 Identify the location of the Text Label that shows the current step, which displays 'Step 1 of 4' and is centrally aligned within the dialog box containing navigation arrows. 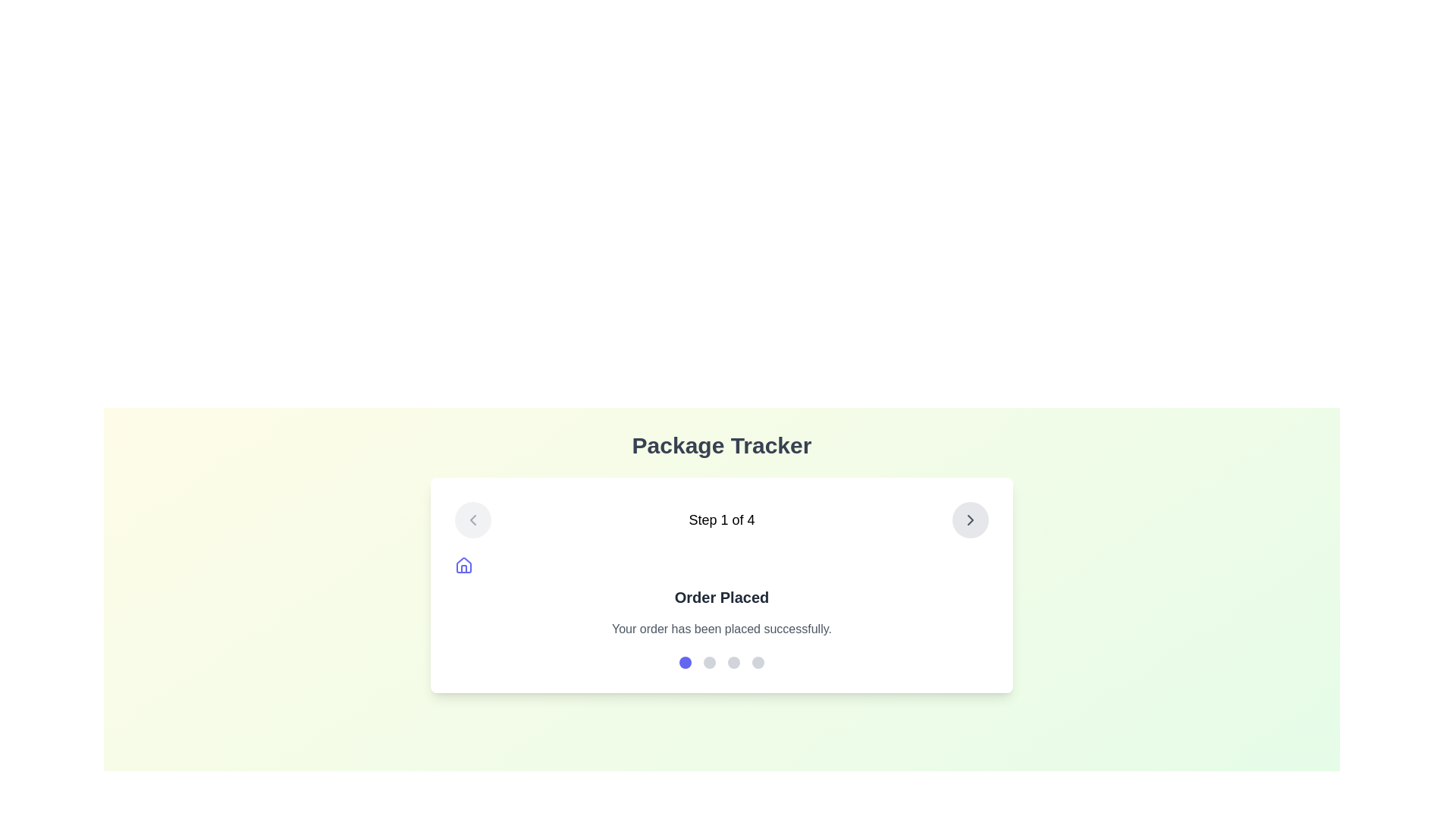
(720, 519).